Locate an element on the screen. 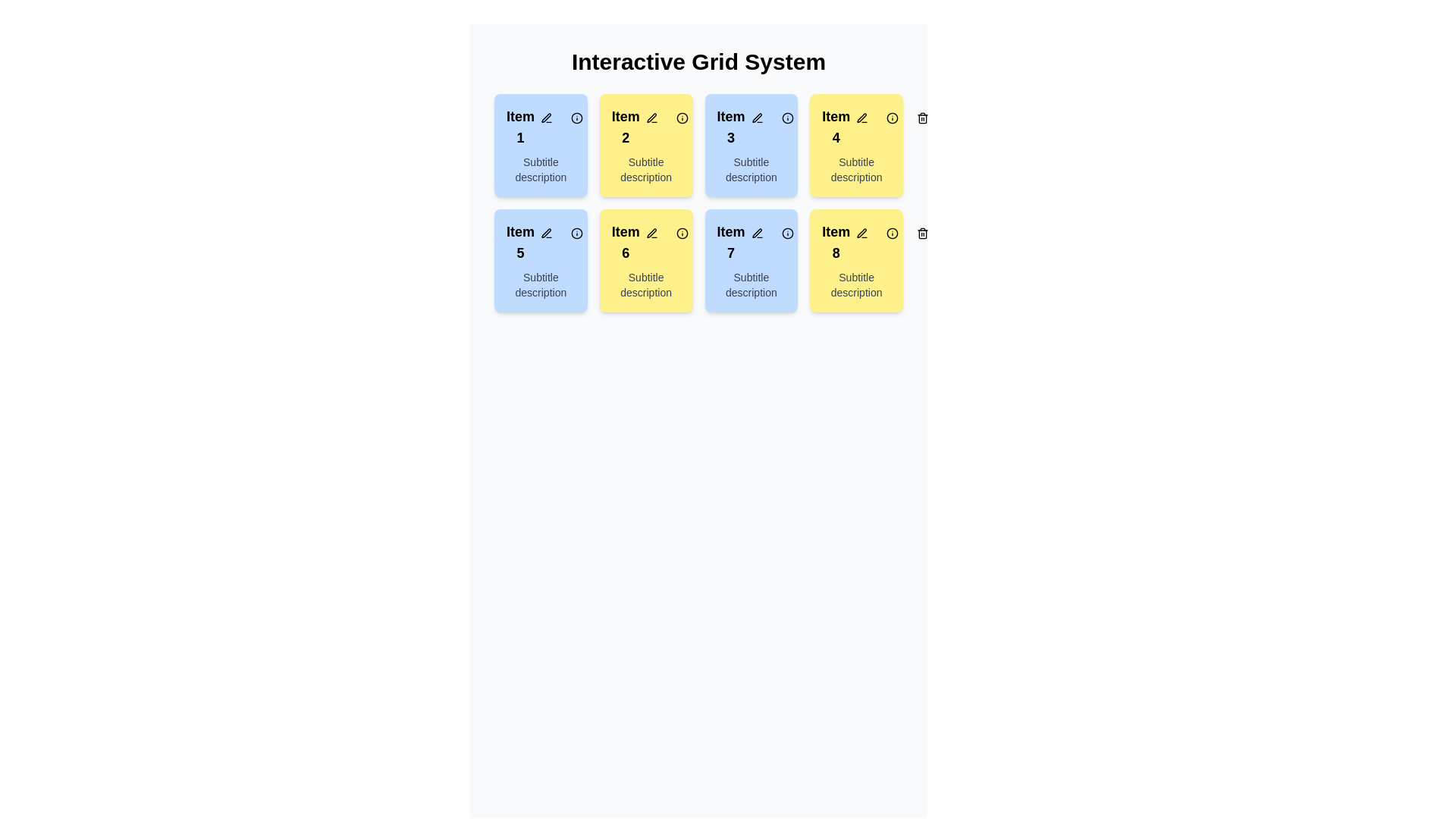 This screenshot has height=819, width=1456. the editing icon located in the second column of the top row within a yellow card, adjacent to the 'Item 2' label is located at coordinates (651, 117).